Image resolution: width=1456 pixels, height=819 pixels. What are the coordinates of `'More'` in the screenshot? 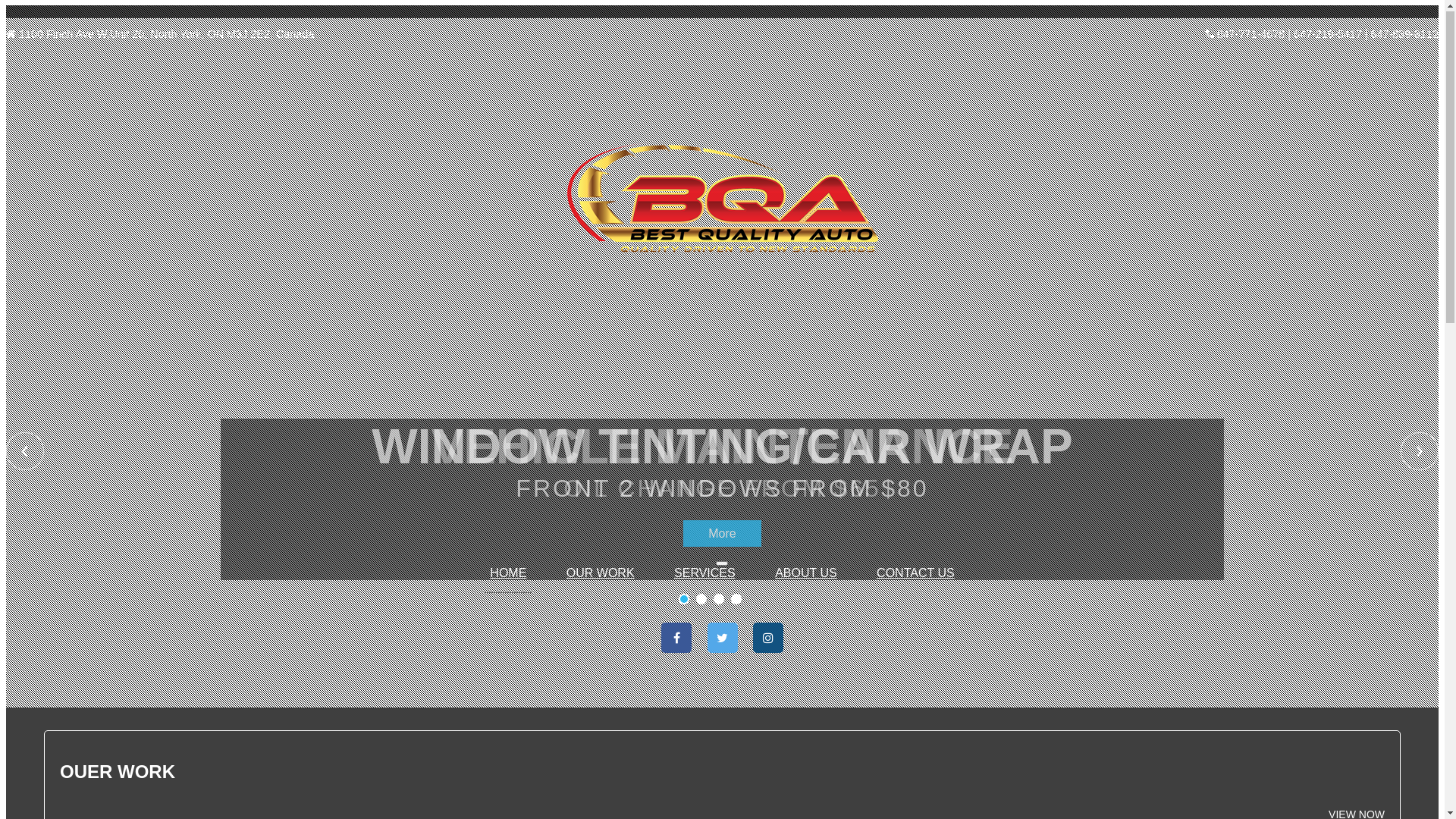 It's located at (720, 533).